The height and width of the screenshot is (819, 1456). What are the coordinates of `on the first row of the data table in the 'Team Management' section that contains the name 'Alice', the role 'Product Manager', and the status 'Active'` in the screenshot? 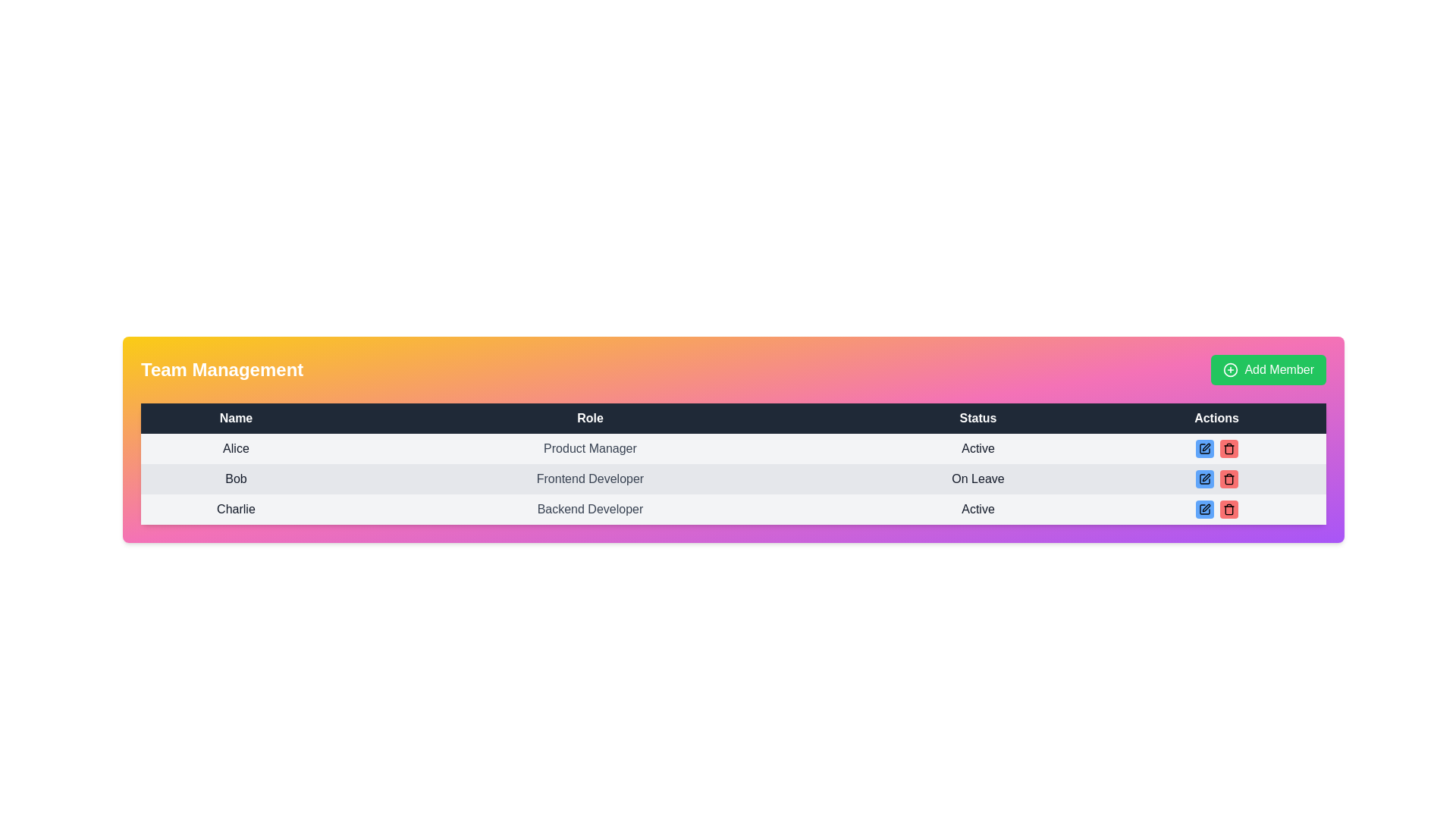 It's located at (733, 447).